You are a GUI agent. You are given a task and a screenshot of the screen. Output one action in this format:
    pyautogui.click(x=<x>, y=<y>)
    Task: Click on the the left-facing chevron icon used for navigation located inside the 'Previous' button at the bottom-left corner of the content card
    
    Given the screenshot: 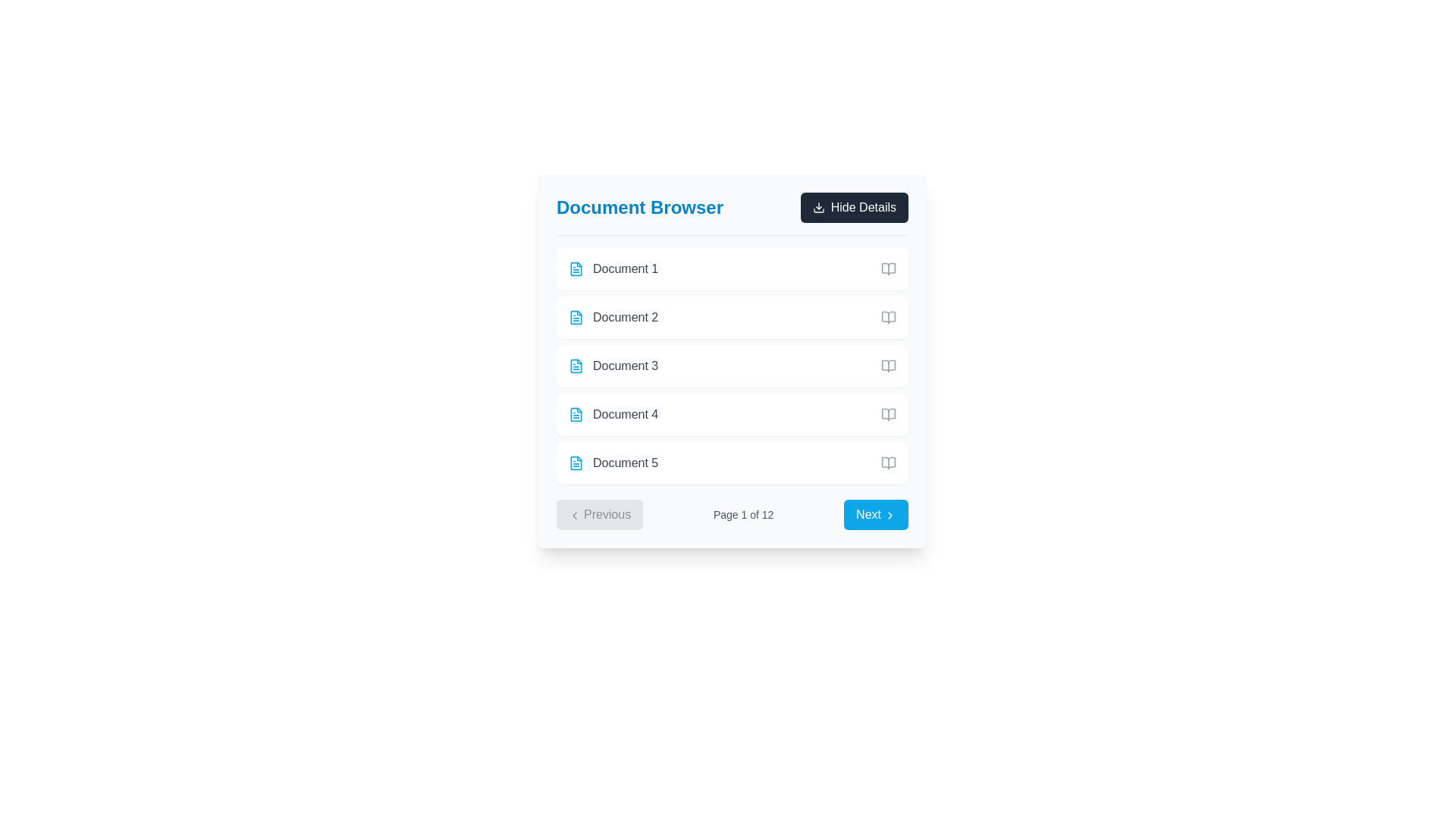 What is the action you would take?
    pyautogui.click(x=574, y=513)
    